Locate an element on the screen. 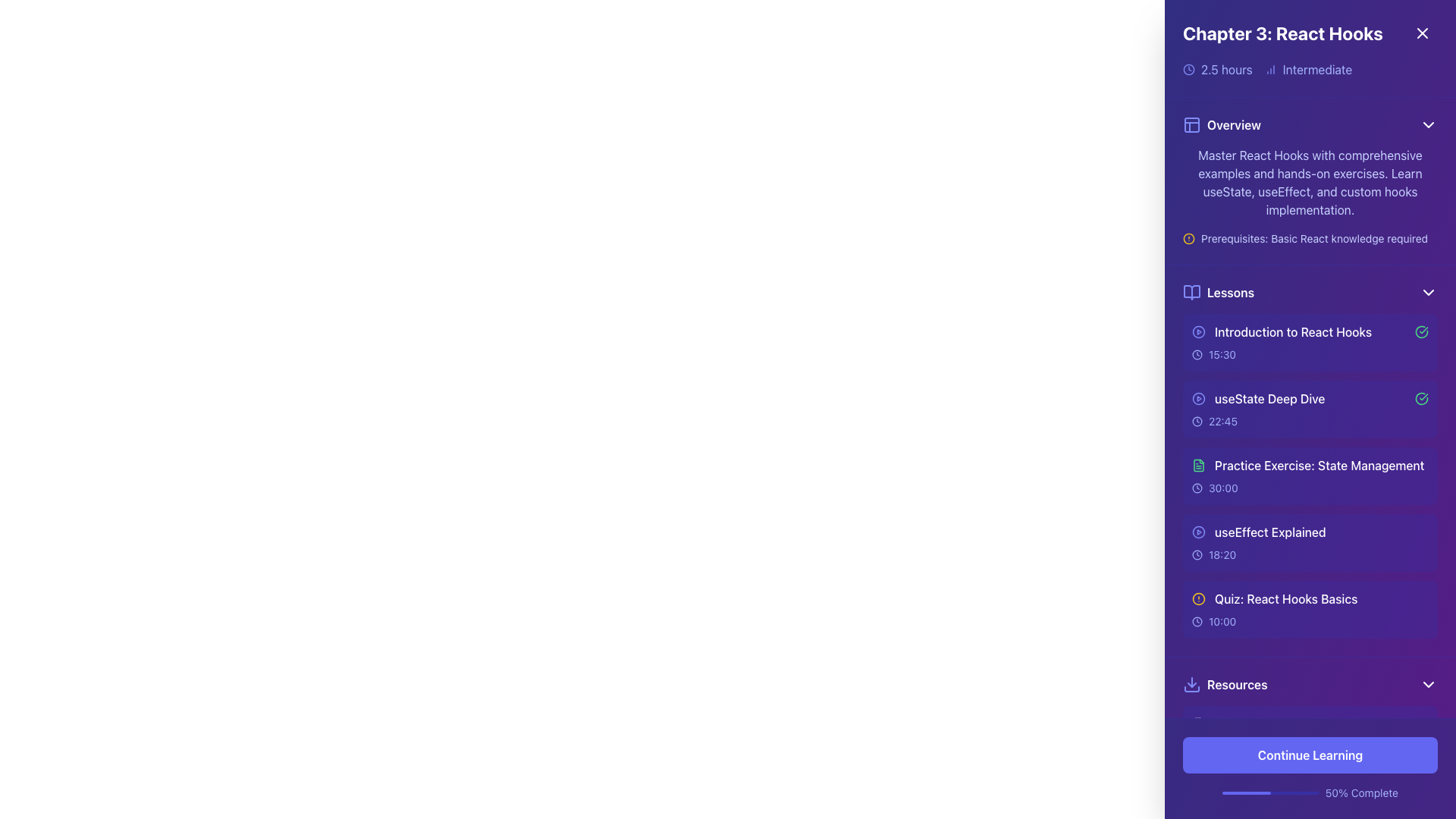  the third card in the 'Lessons' section that is positioned between 'useState Deep Dive' and 'useEffect Explained' is located at coordinates (1310, 475).